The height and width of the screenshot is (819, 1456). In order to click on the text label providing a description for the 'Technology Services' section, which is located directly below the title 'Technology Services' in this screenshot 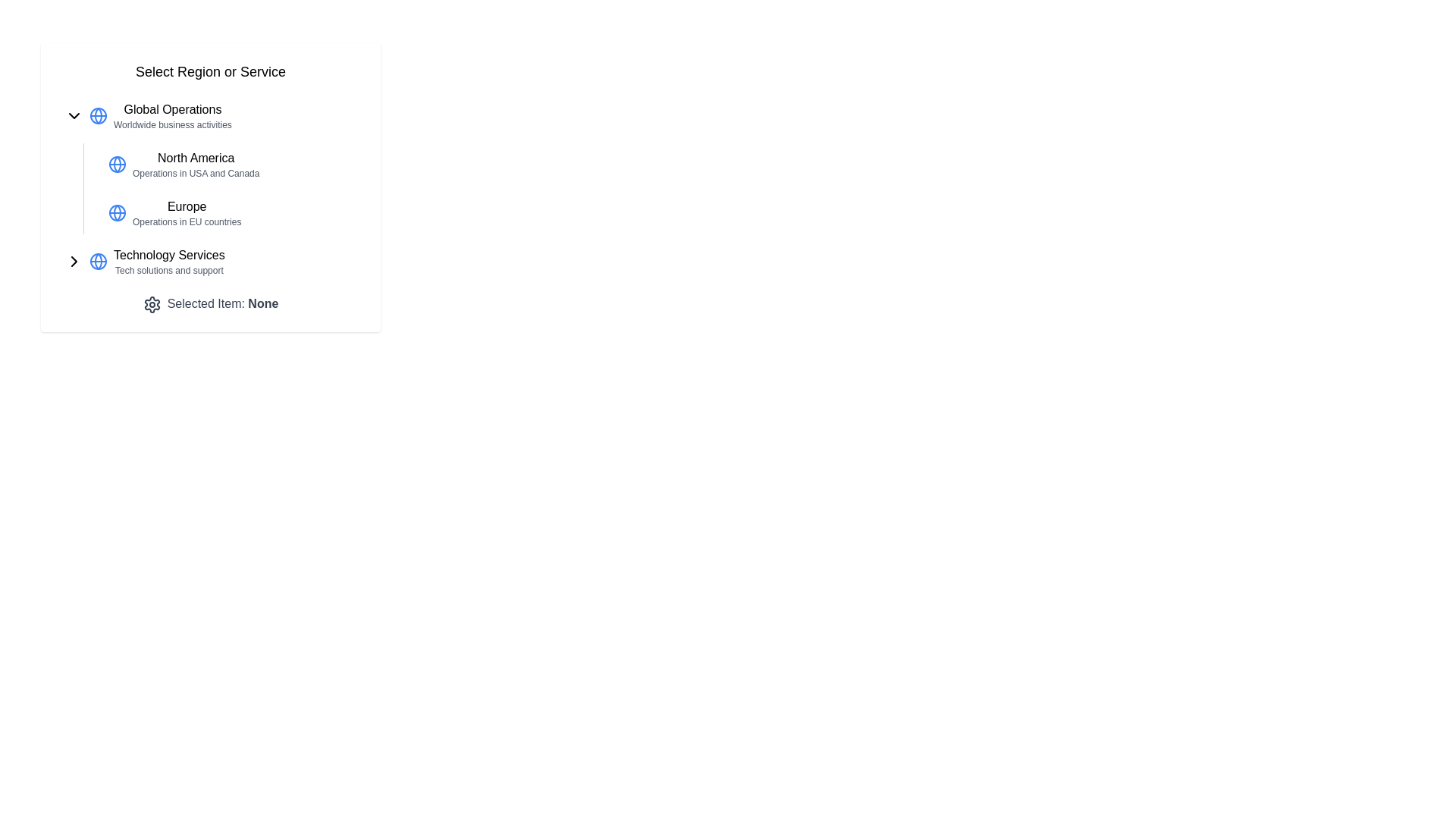, I will do `click(169, 270)`.